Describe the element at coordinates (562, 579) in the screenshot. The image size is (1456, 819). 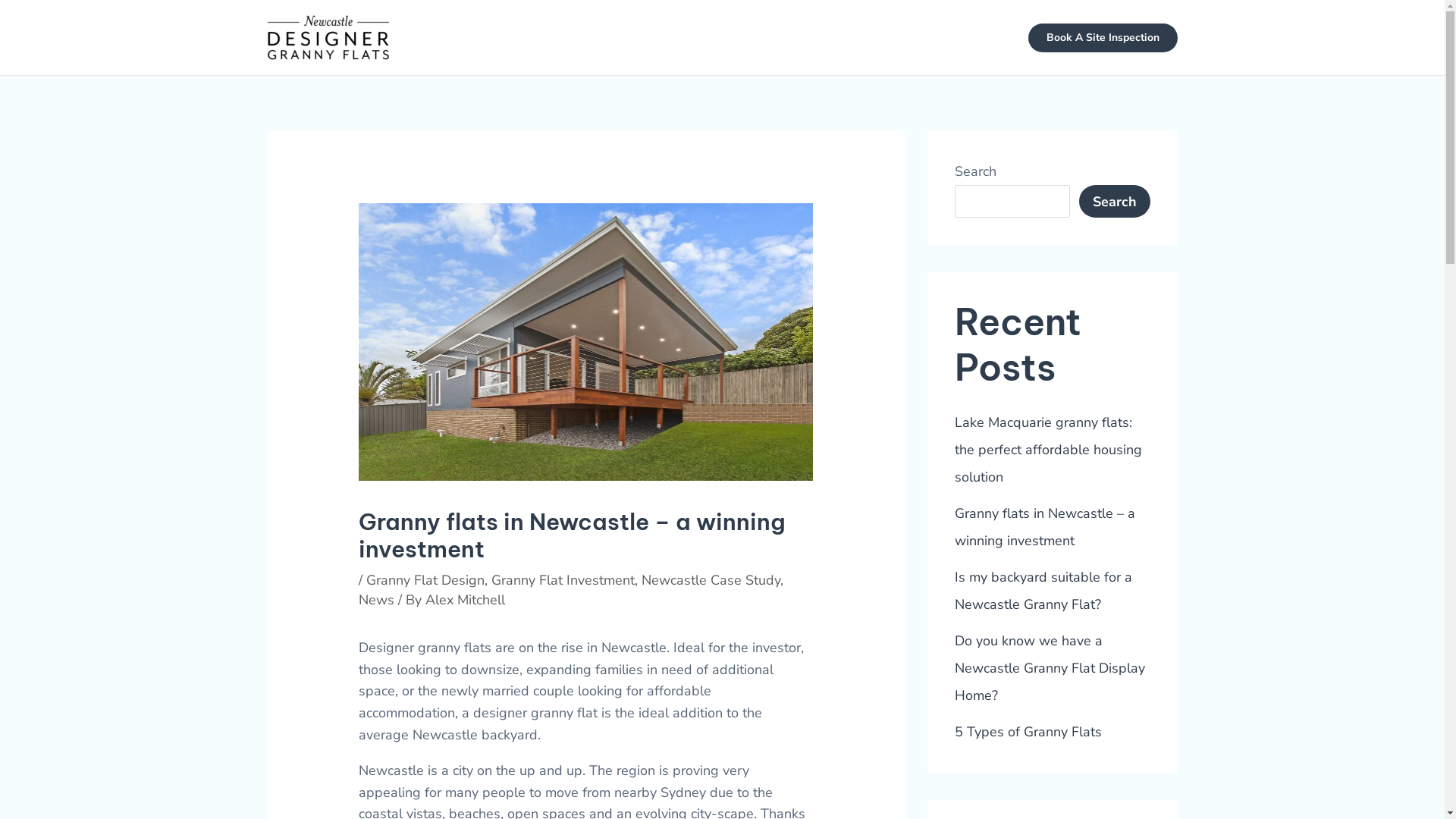
I see `'Granny Flat Investment'` at that location.